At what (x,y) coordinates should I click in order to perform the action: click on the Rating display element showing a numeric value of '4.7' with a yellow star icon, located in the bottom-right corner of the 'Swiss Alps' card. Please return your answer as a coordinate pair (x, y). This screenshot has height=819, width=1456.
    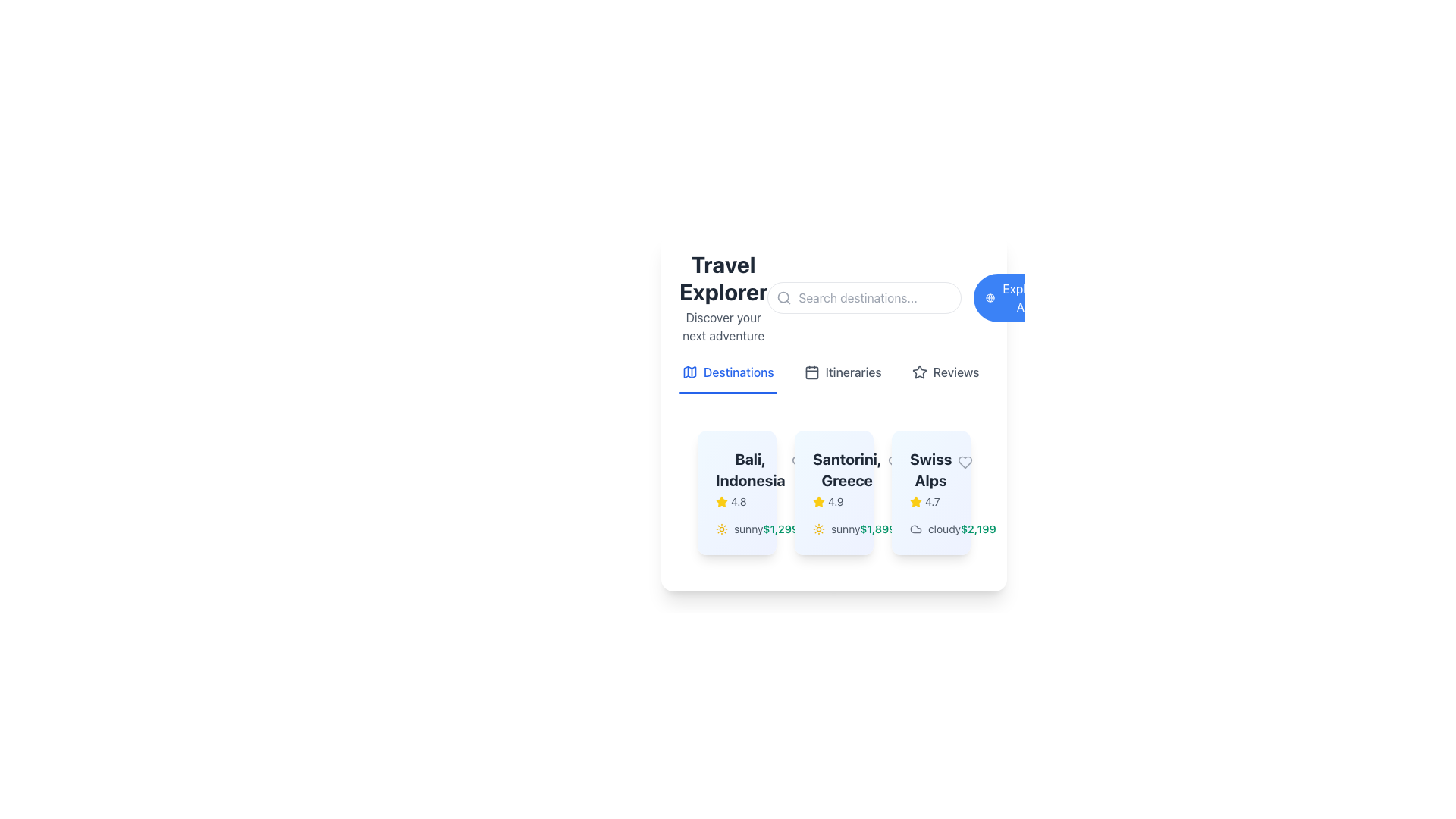
    Looking at the image, I should click on (930, 502).